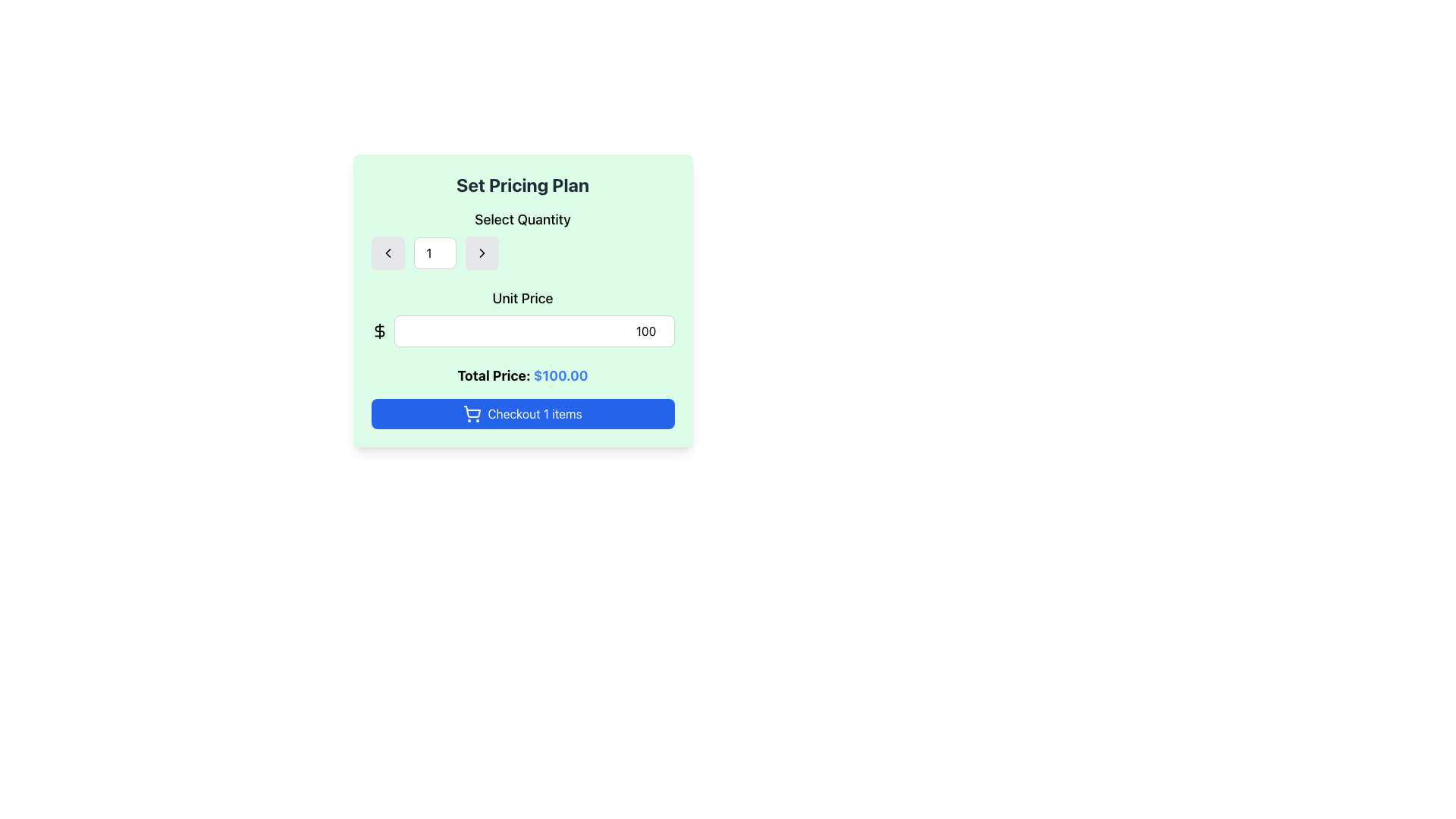 The width and height of the screenshot is (1456, 819). Describe the element at coordinates (522, 239) in the screenshot. I see `the interactive buttons in the composite UI section for adjusting item quantity, located below the 'Set Pricing Plan' title` at that location.